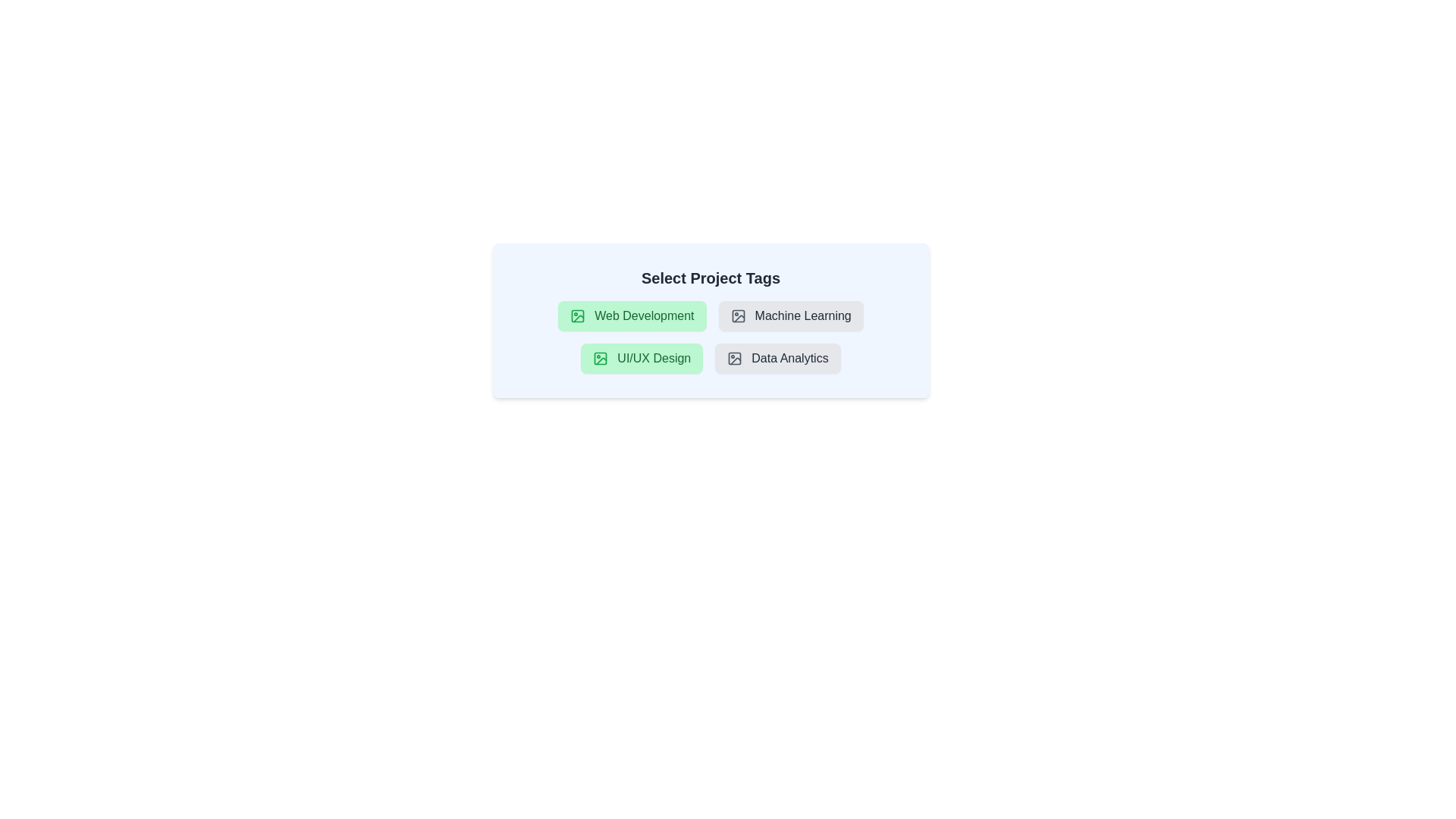 This screenshot has height=819, width=1456. What do you see at coordinates (632, 315) in the screenshot?
I see `the tag labeled 'Web Development' by clicking on it` at bounding box center [632, 315].